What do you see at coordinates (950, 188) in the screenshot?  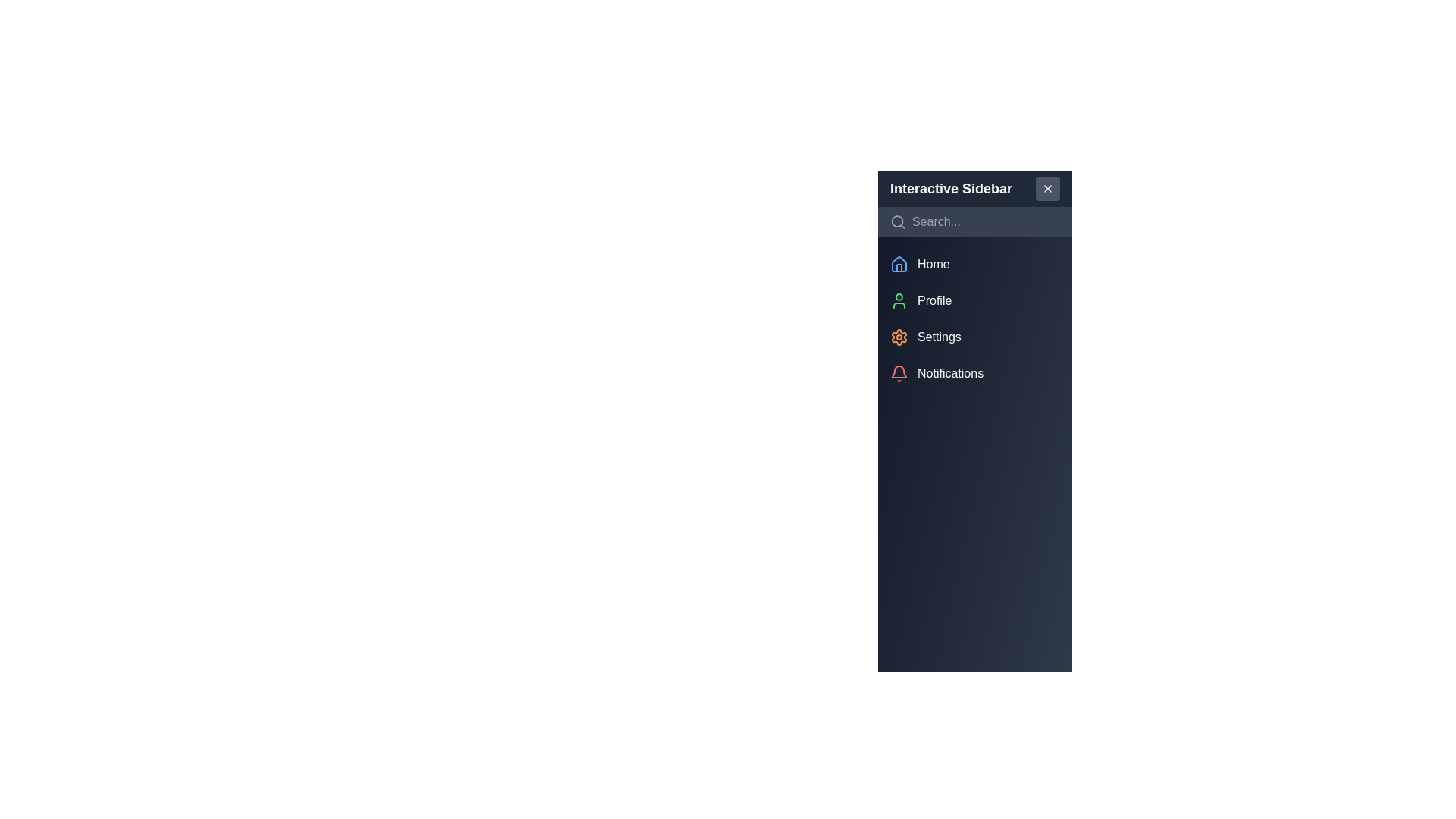 I see `the 'Interactive Sidebar' text element, which is bold and prominently displayed on a dark background at the top of the sidebar panel` at bounding box center [950, 188].